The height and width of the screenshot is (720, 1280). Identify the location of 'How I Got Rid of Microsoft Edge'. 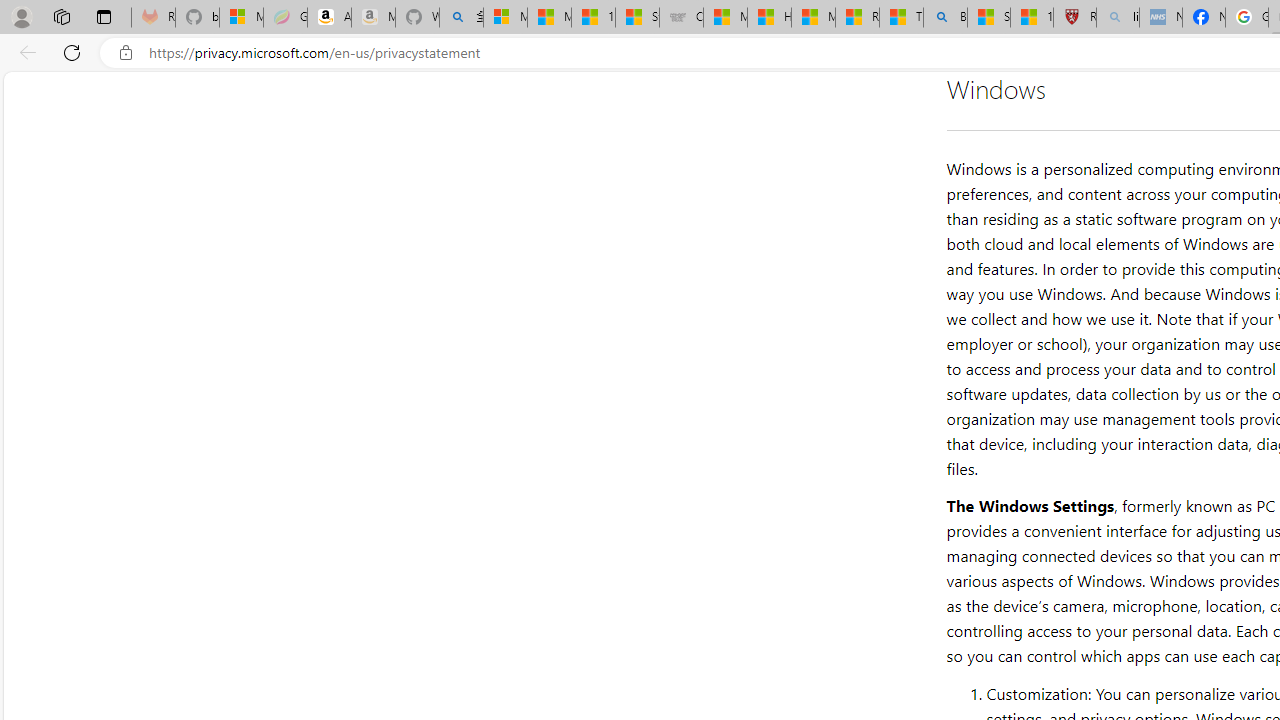
(768, 17).